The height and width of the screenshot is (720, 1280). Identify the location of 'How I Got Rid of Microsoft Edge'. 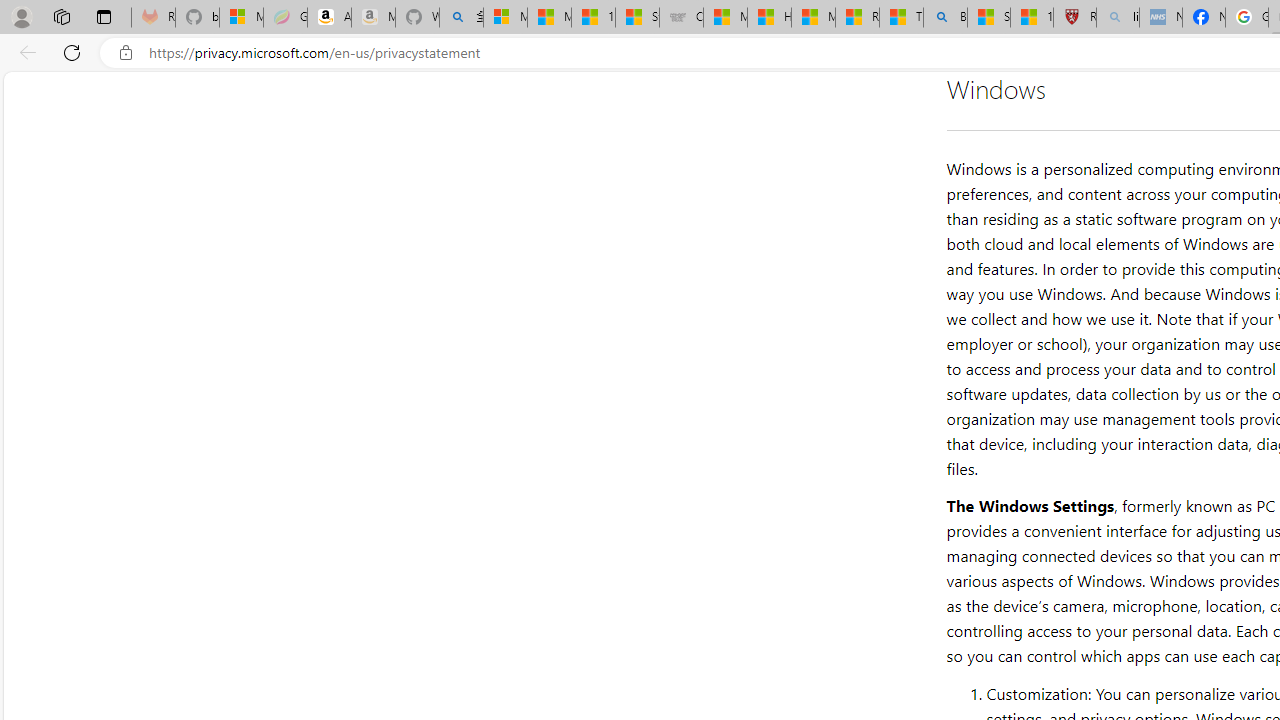
(768, 17).